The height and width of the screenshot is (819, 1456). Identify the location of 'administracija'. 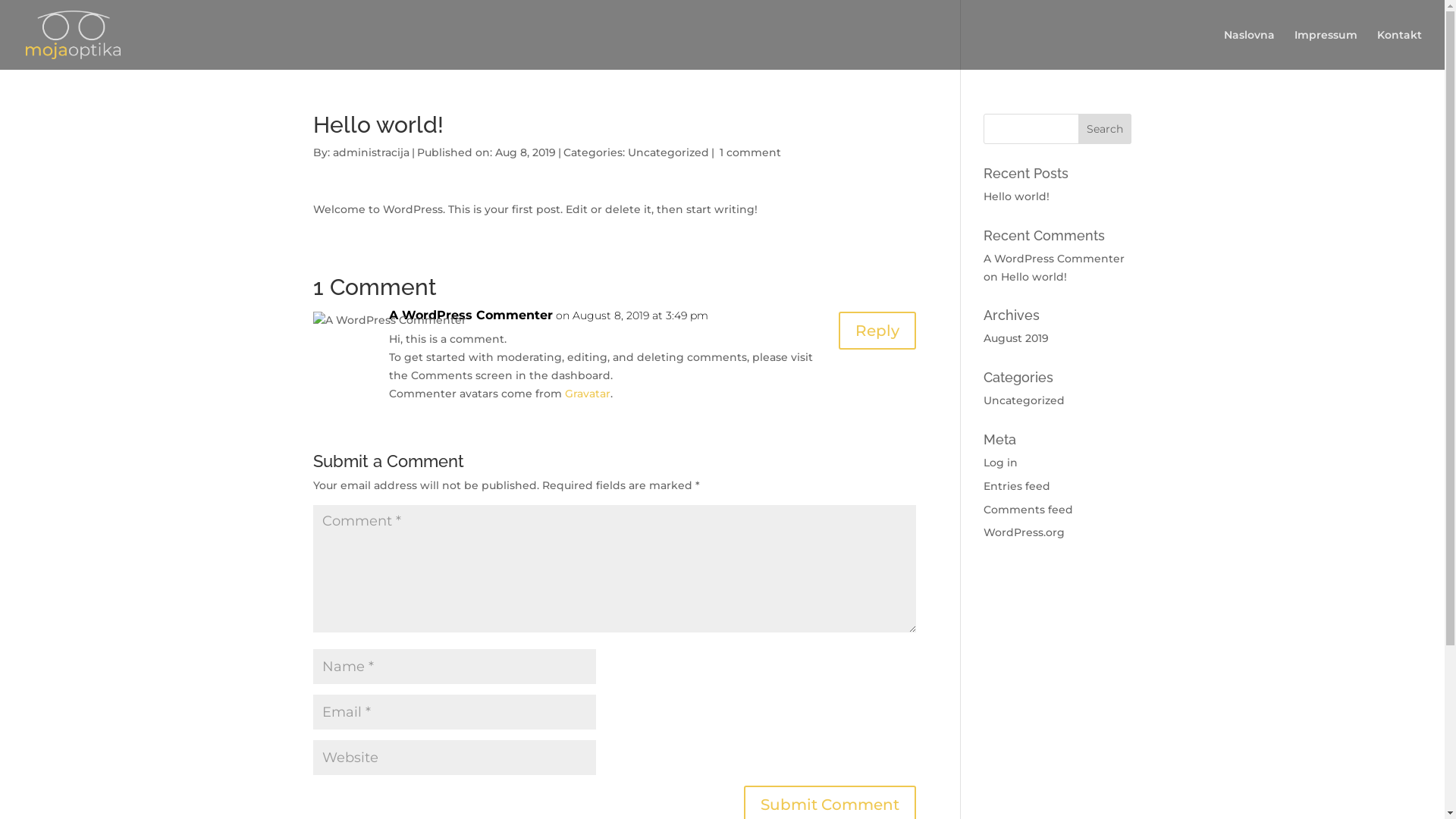
(370, 152).